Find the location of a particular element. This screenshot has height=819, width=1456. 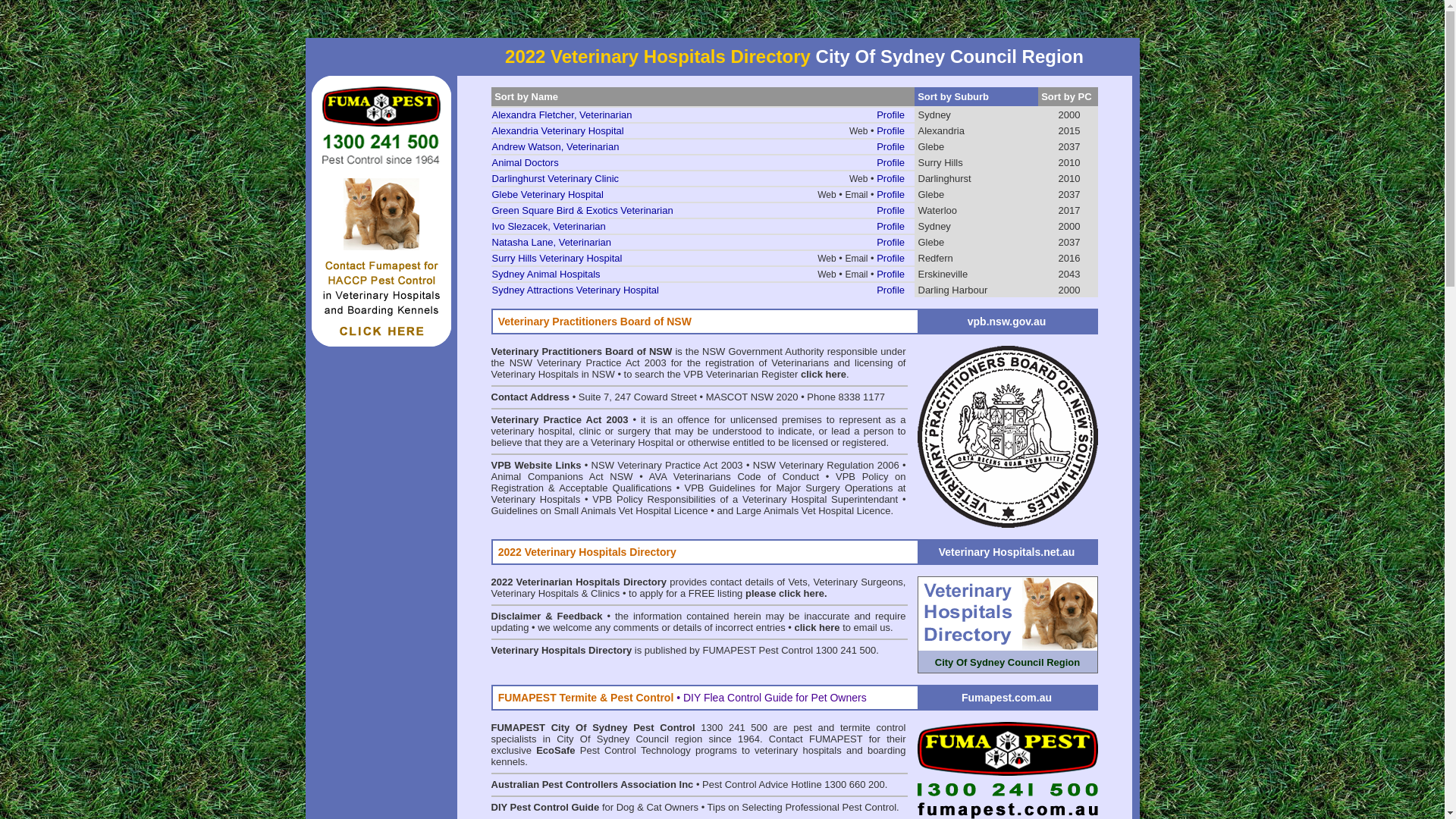

'NSW Veterinary Regulation 2006' is located at coordinates (825, 464).